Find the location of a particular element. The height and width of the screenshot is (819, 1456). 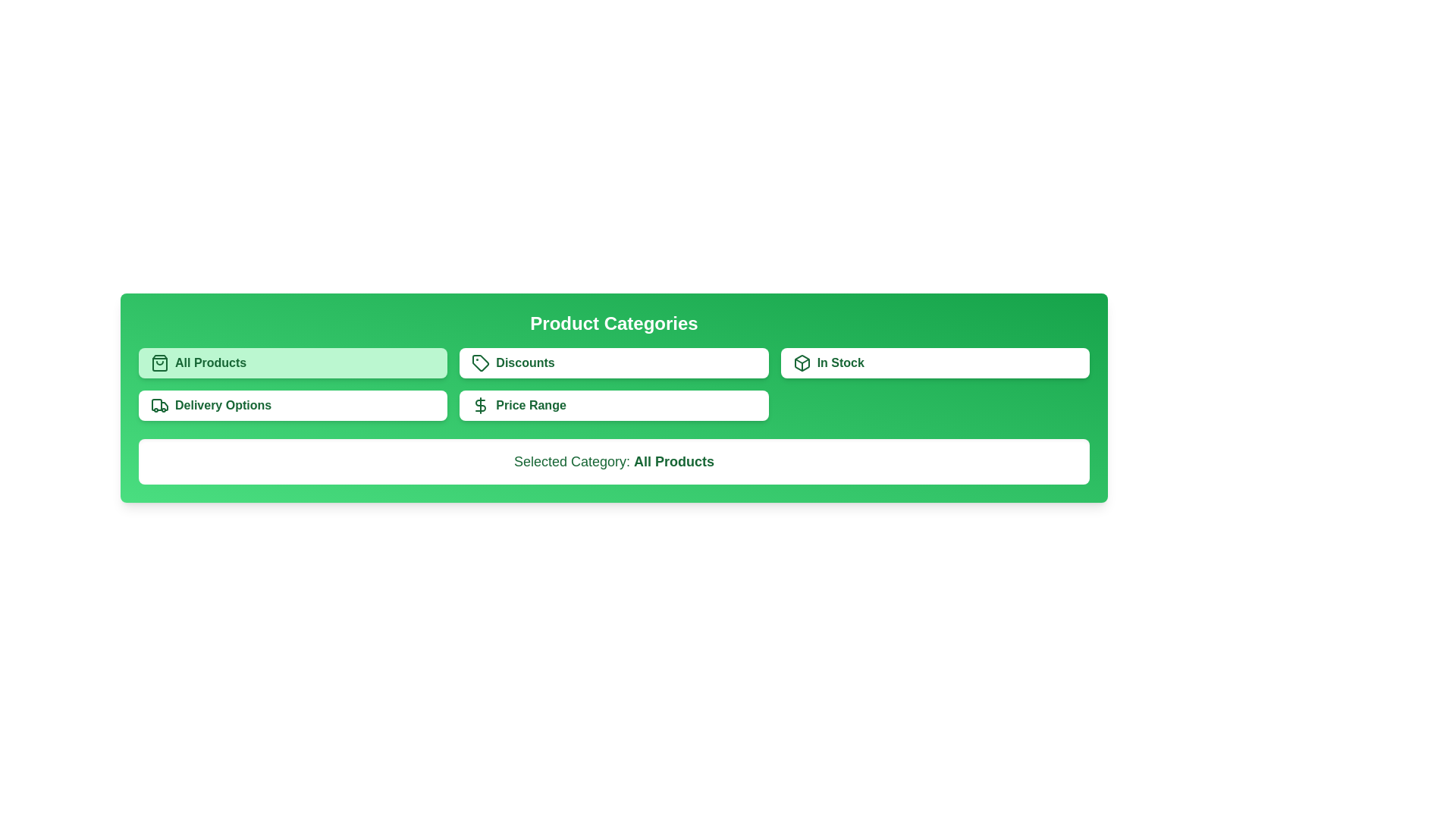

the price tag icon in the Discounts category, which is styled with a green fill and white outline, located in the second column of the main grid is located at coordinates (480, 362).